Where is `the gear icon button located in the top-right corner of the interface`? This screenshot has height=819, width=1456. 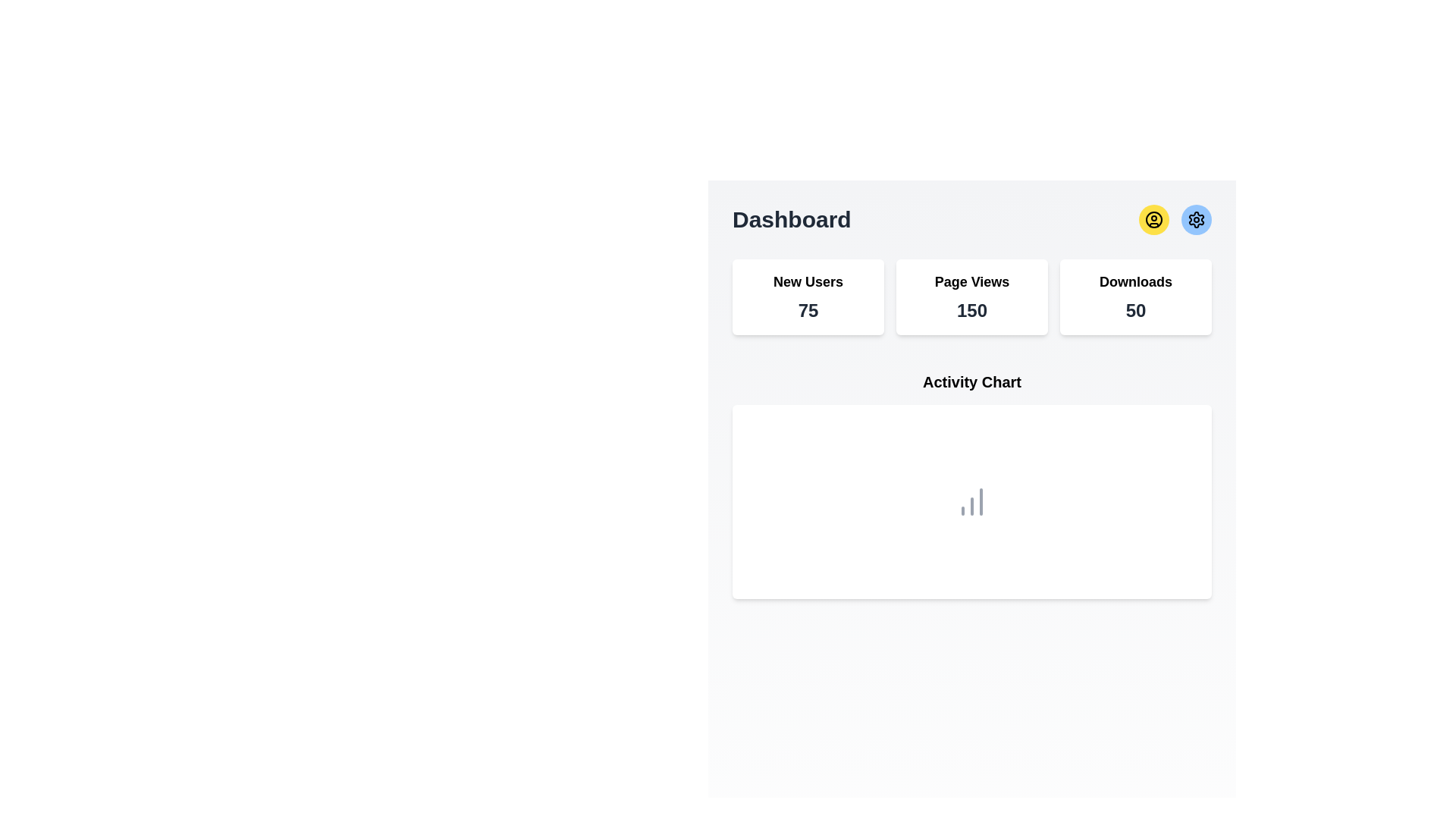 the gear icon button located in the top-right corner of the interface is located at coordinates (1196, 219).